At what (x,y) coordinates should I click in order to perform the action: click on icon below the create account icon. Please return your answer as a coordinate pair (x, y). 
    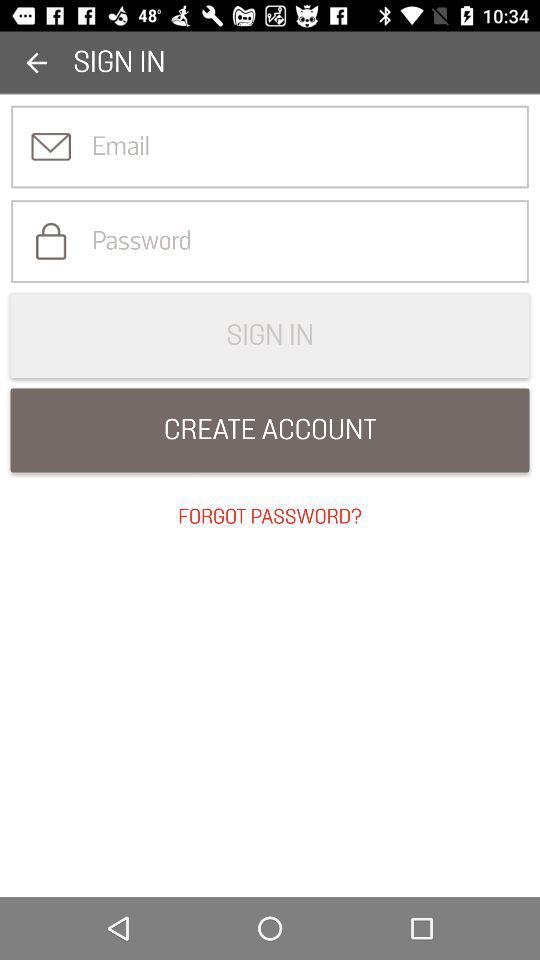
    Looking at the image, I should click on (270, 516).